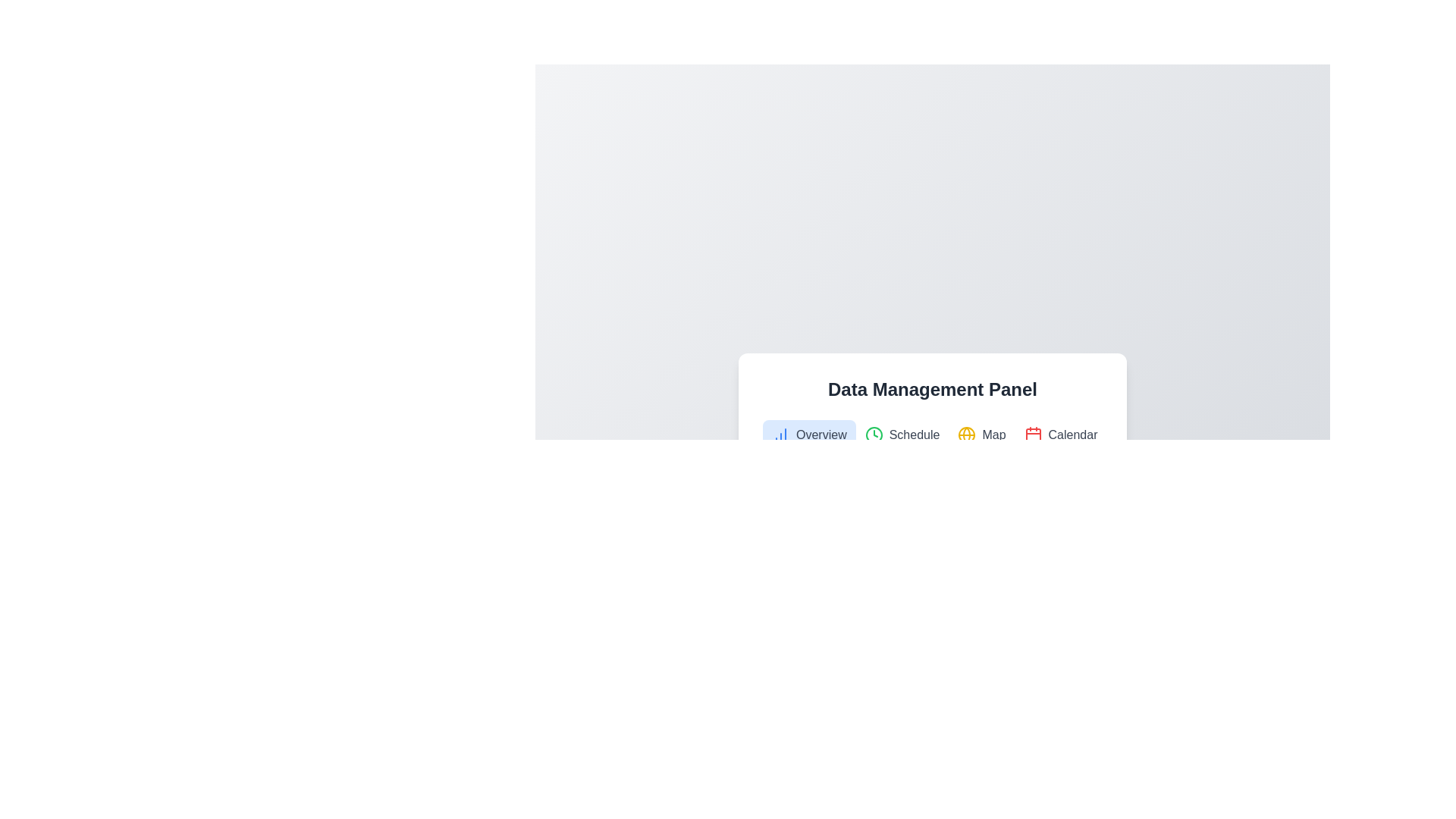 The width and height of the screenshot is (1456, 819). I want to click on the 'Overview' button, so click(808, 435).